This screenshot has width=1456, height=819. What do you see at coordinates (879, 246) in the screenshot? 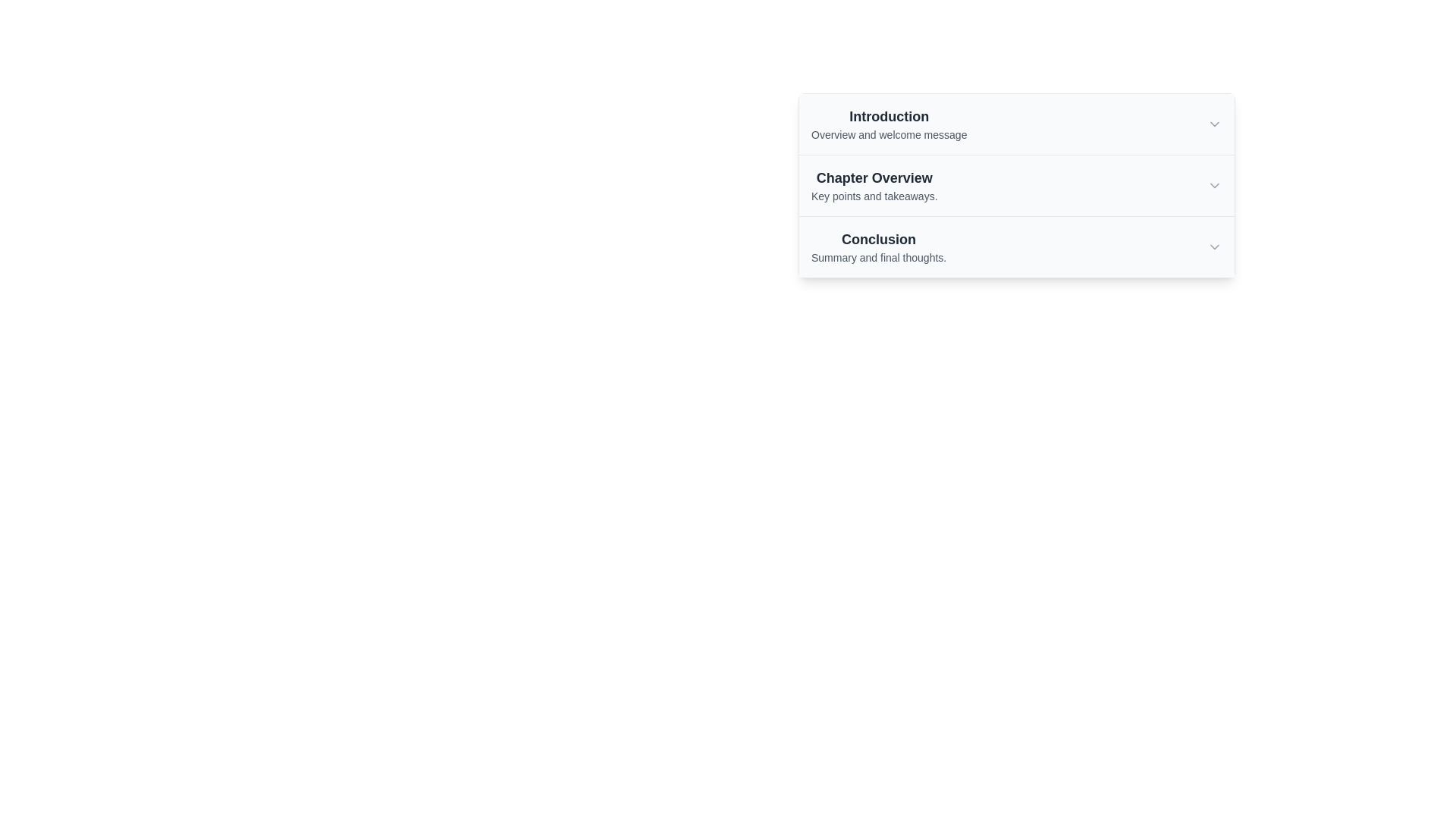
I see `the 'Conclusion' section header and description block` at bounding box center [879, 246].